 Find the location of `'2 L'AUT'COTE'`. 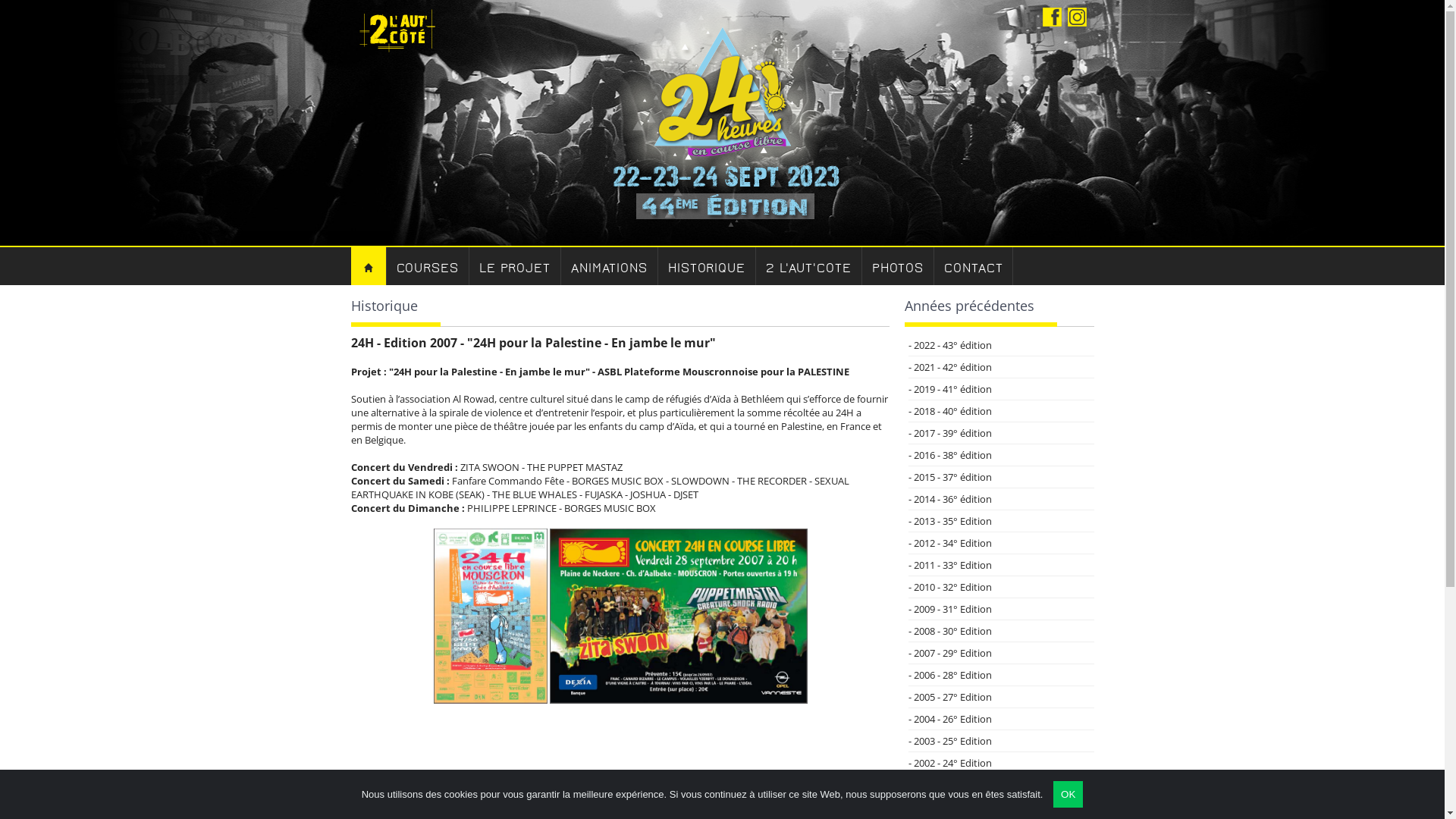

'2 L'AUT'COTE' is located at coordinates (756, 265).